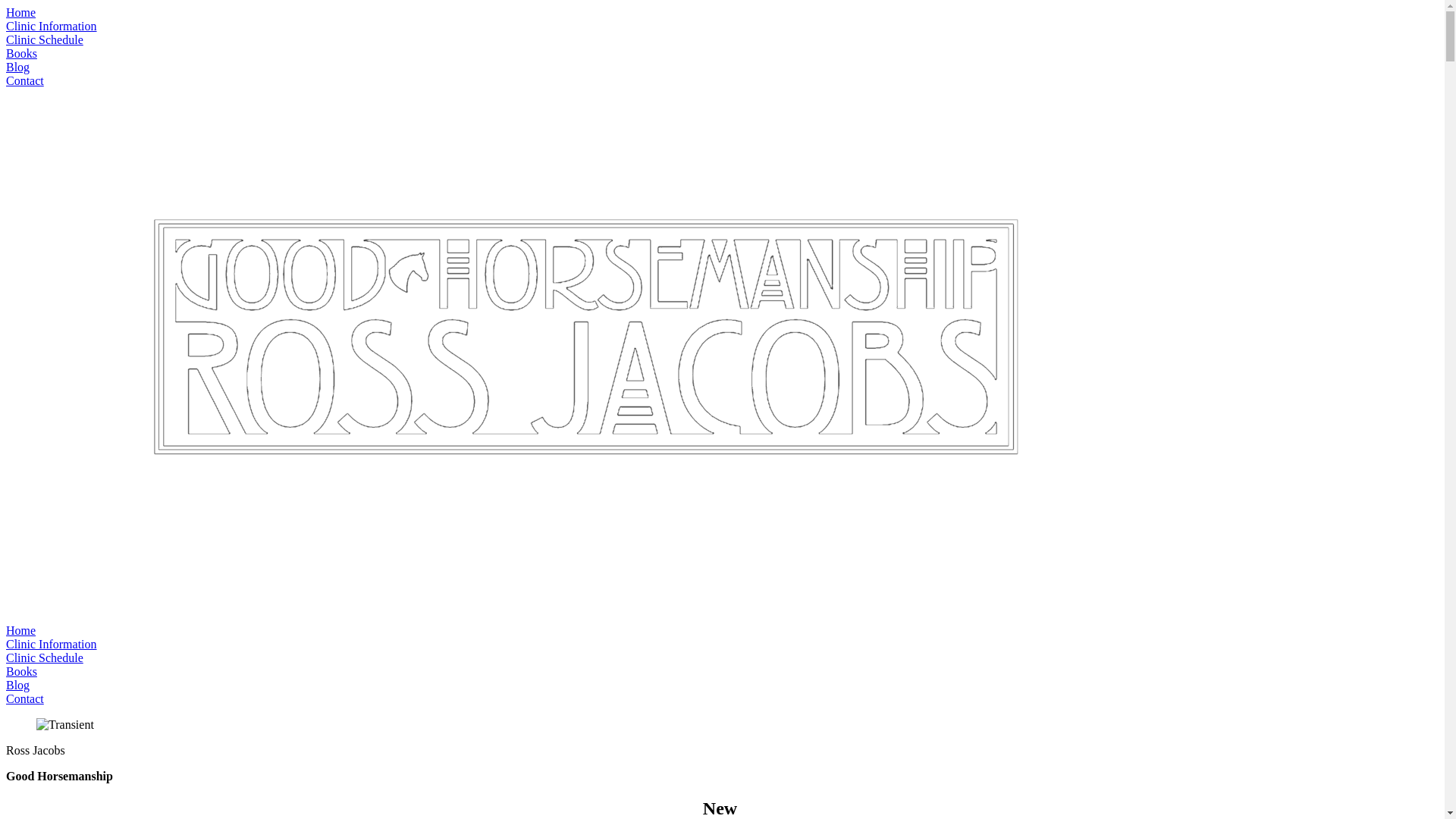 The image size is (1456, 819). I want to click on 'Contact', so click(25, 80).